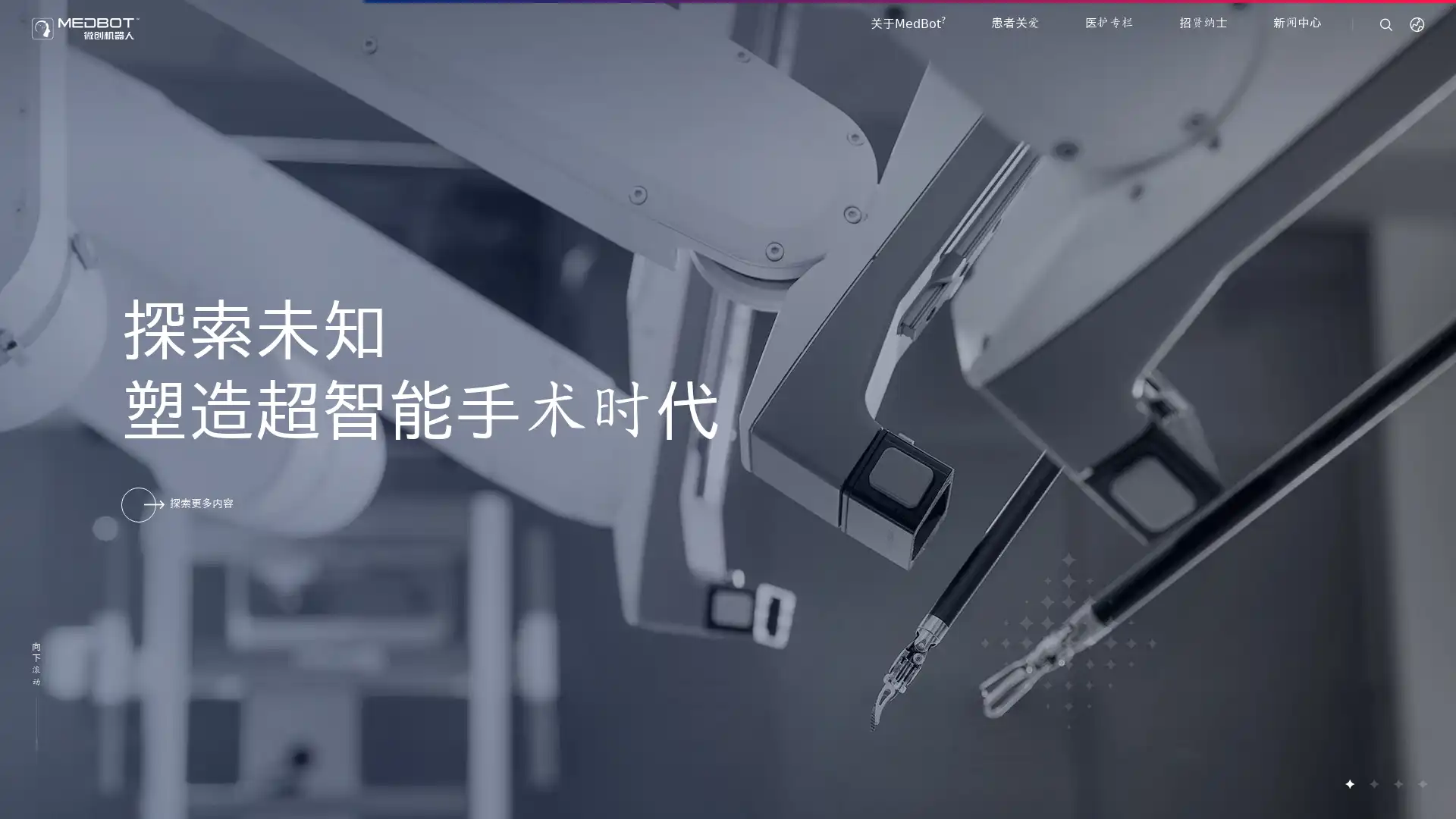 The height and width of the screenshot is (819, 1456). I want to click on Go to slide 4, so click(1421, 783).